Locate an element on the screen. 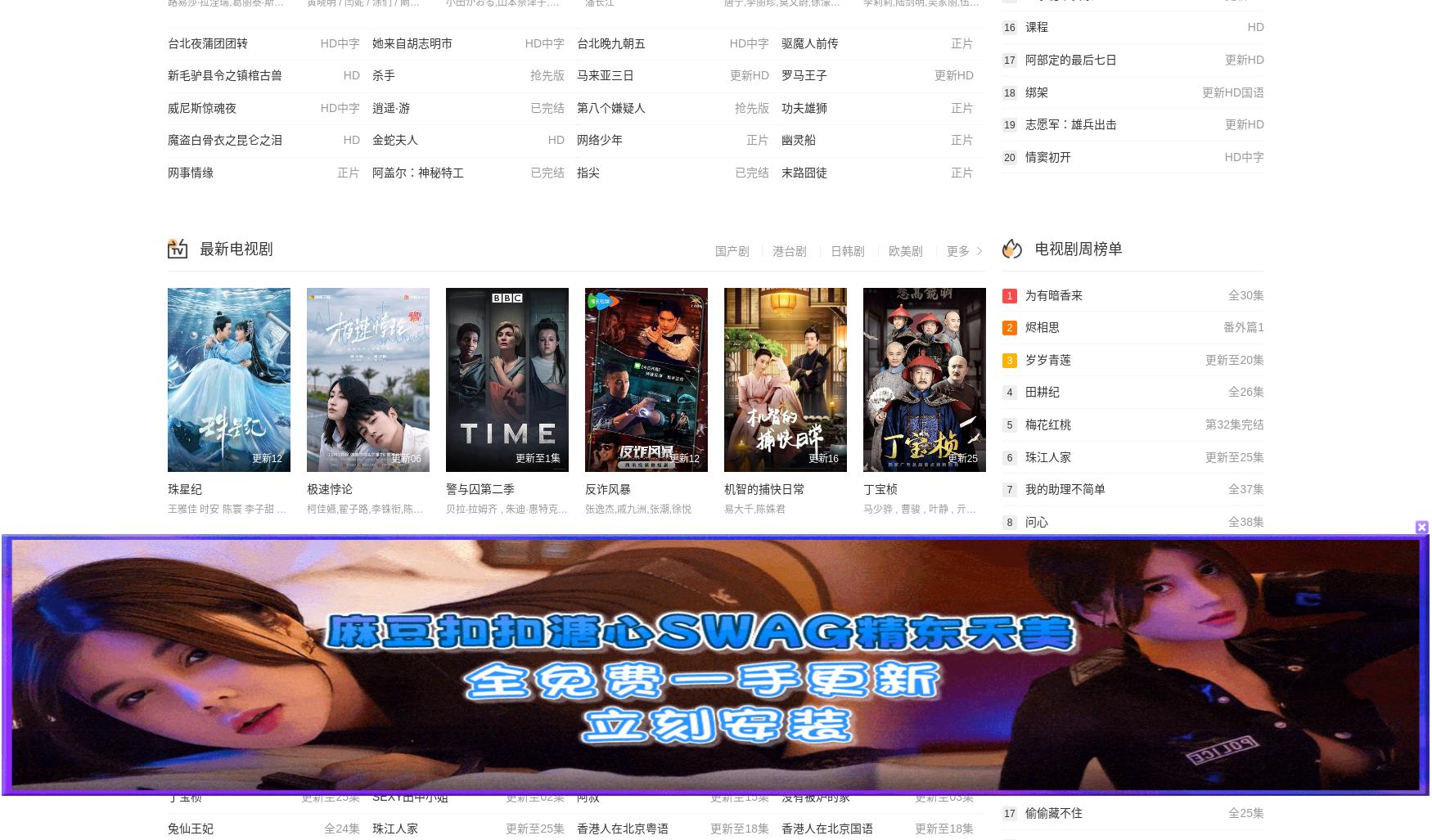  '11' is located at coordinates (1009, 618).